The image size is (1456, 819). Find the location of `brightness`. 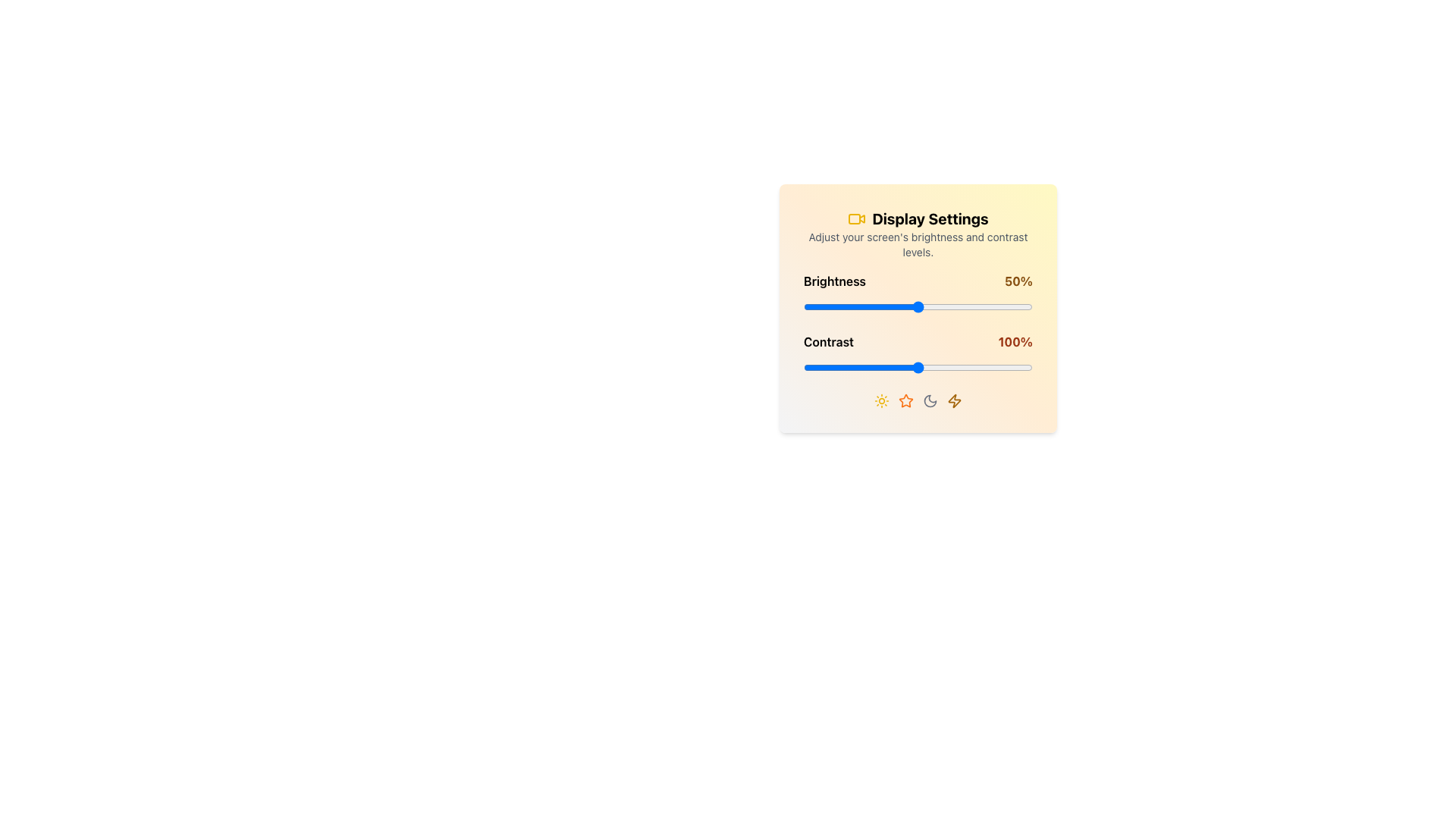

brightness is located at coordinates (819, 307).